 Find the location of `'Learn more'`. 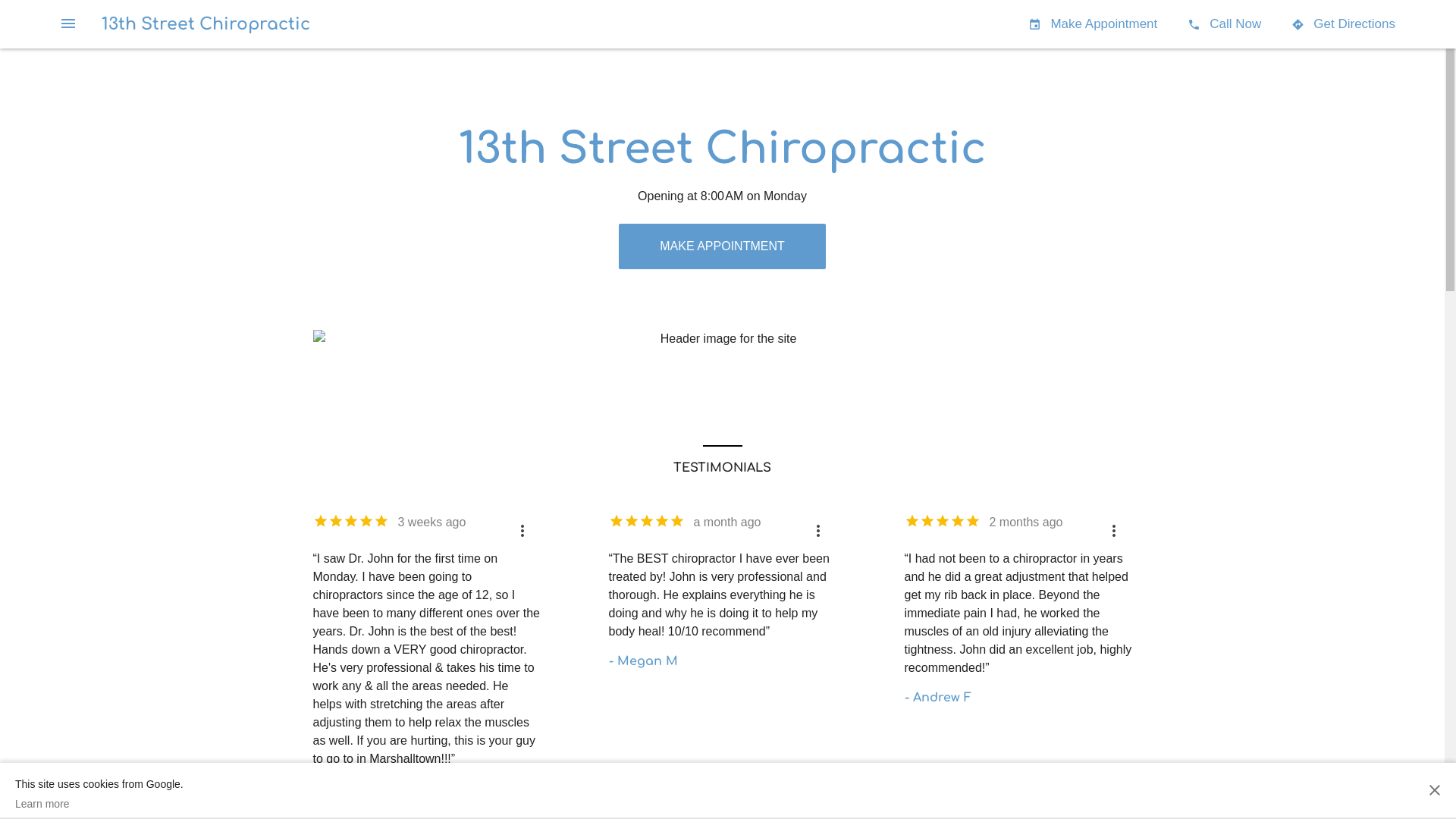

'Learn more' is located at coordinates (98, 803).